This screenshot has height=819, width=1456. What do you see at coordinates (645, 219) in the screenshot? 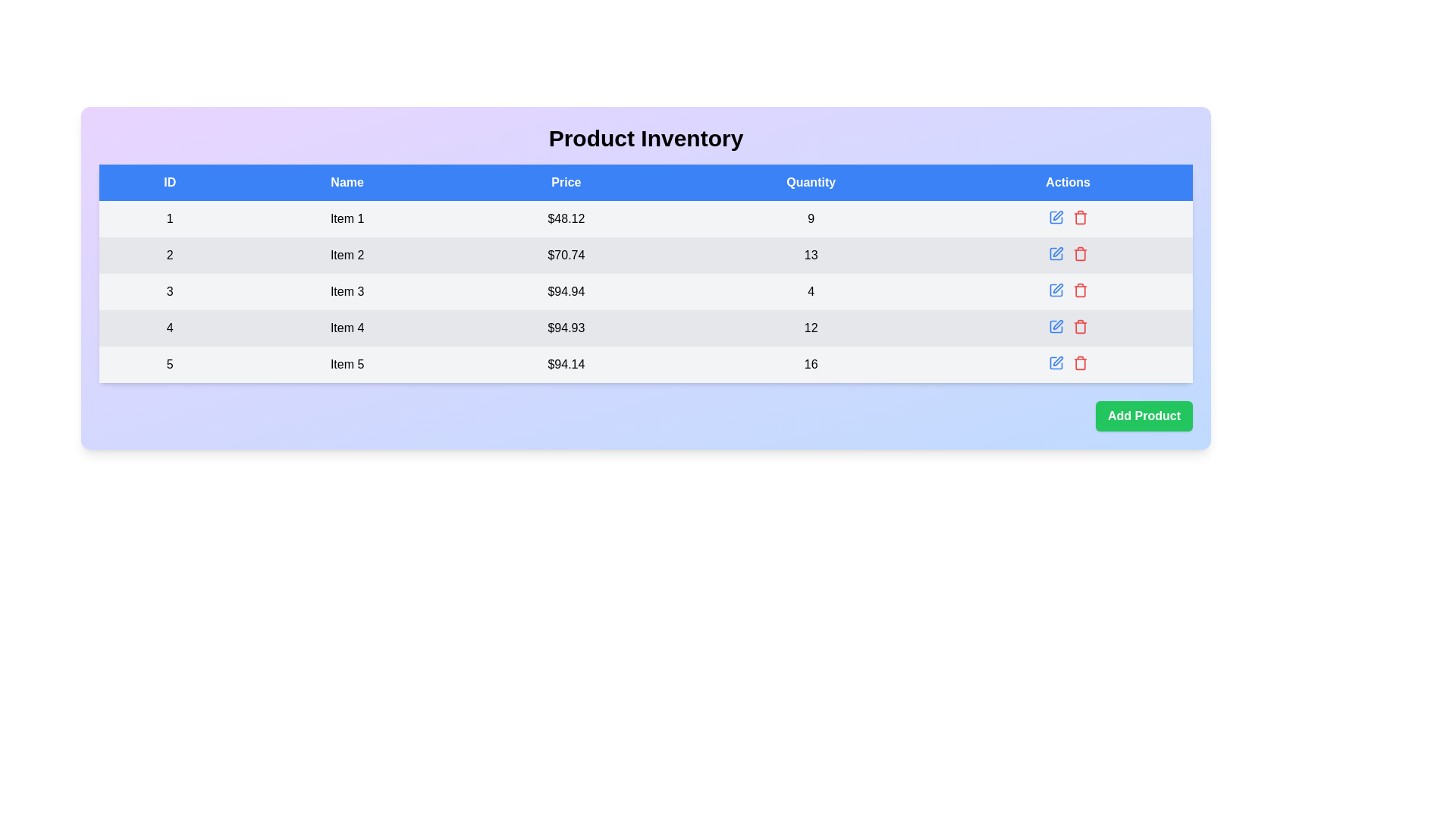
I see `the first row in the inventory table that displays product information, including ID, Name, Price, Quantity, and Actions` at bounding box center [645, 219].